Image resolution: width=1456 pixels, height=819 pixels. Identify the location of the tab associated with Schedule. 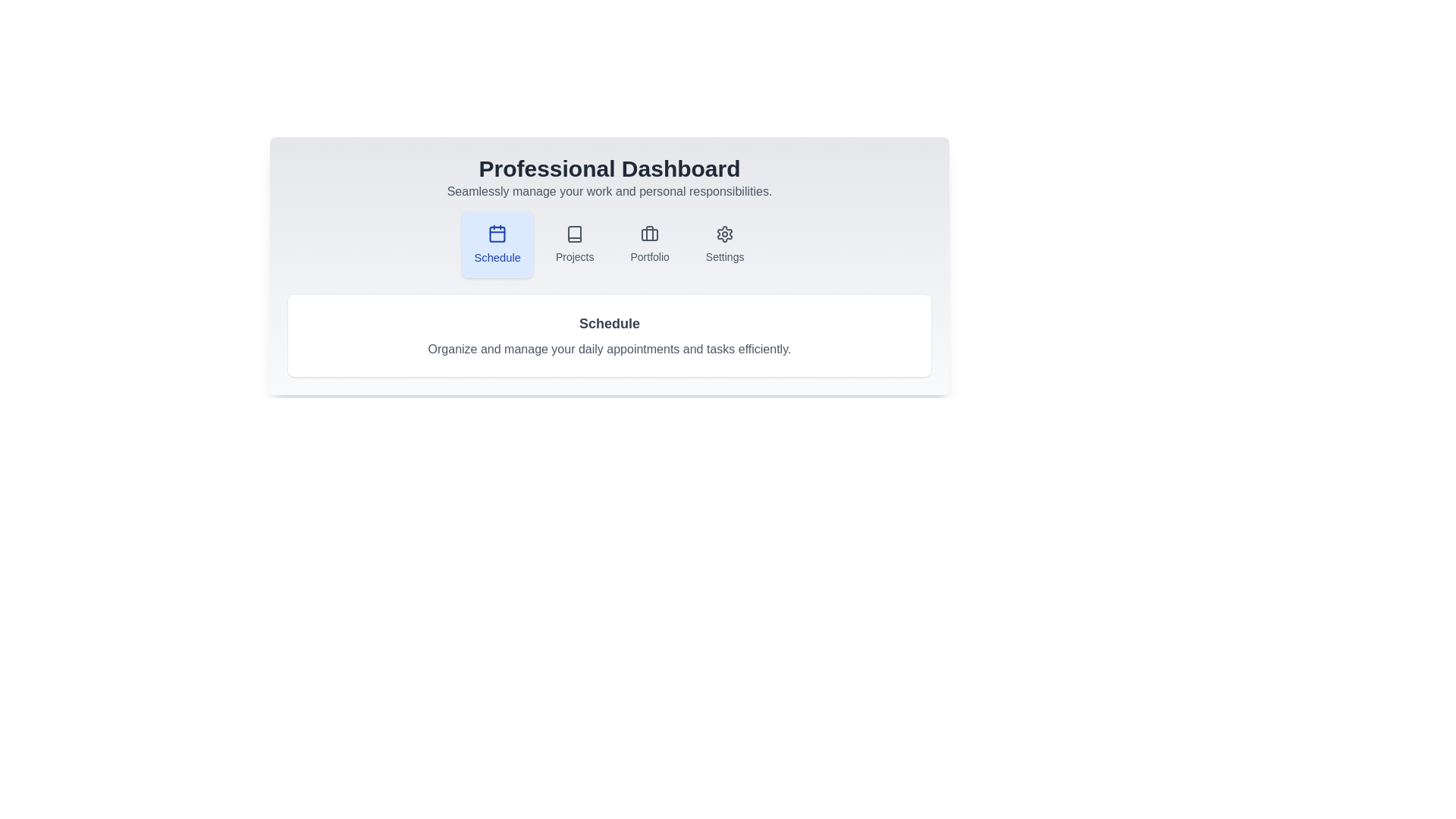
(496, 244).